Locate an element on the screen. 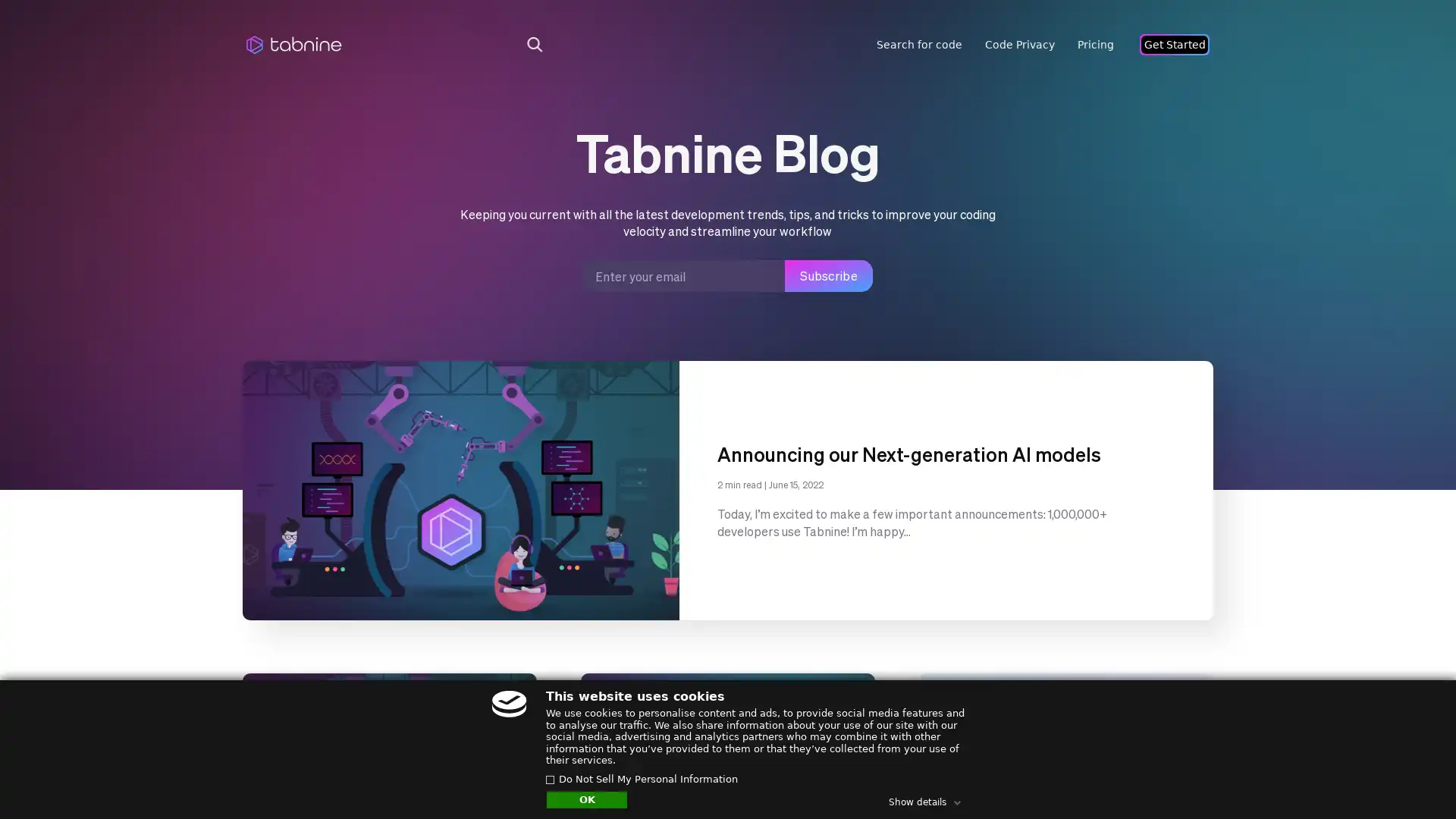 Image resolution: width=1456 pixels, height=819 pixels. Open is located at coordinates (1410, 778).